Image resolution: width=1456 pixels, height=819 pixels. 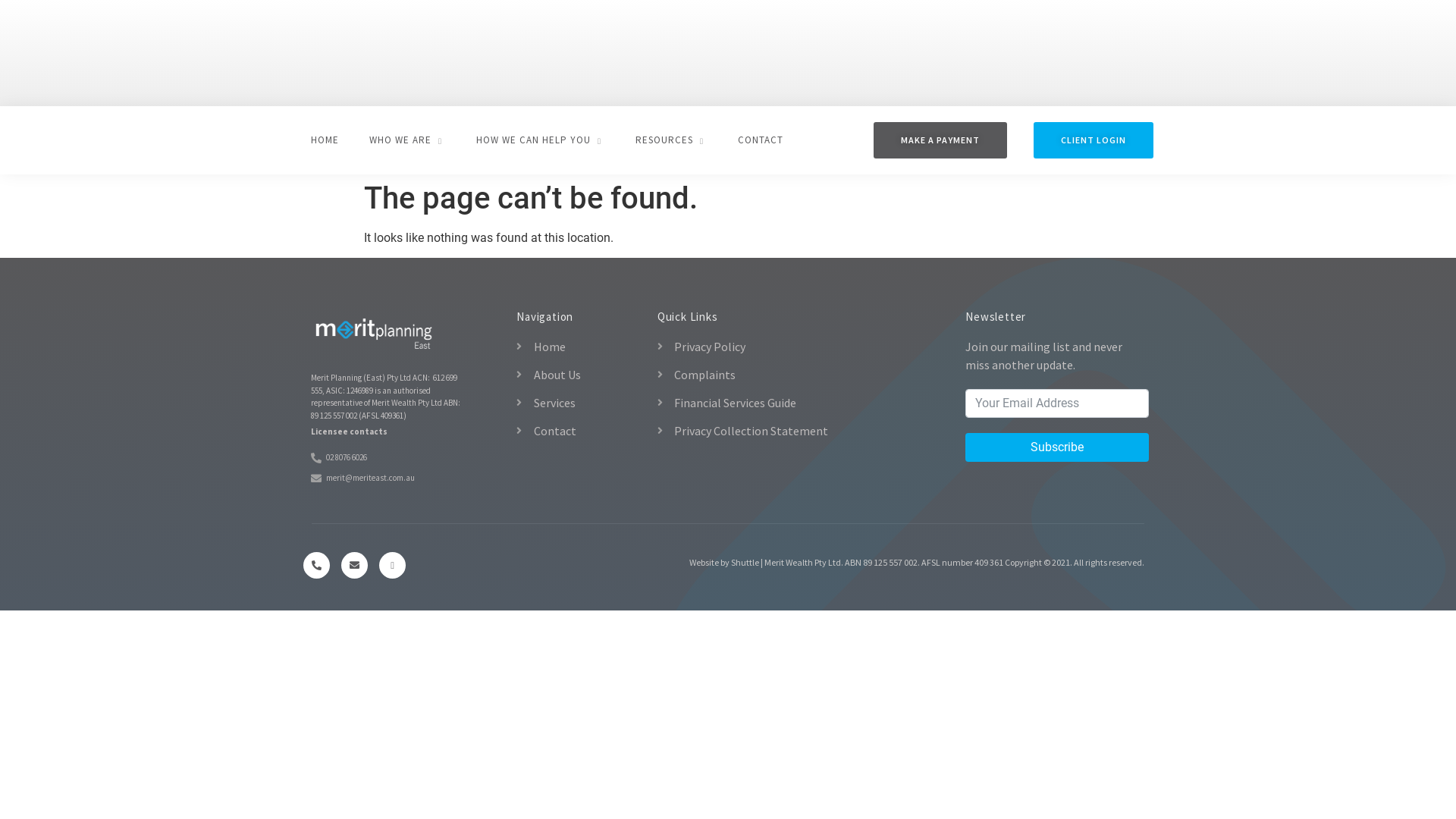 I want to click on 'HOME', so click(x=324, y=140).